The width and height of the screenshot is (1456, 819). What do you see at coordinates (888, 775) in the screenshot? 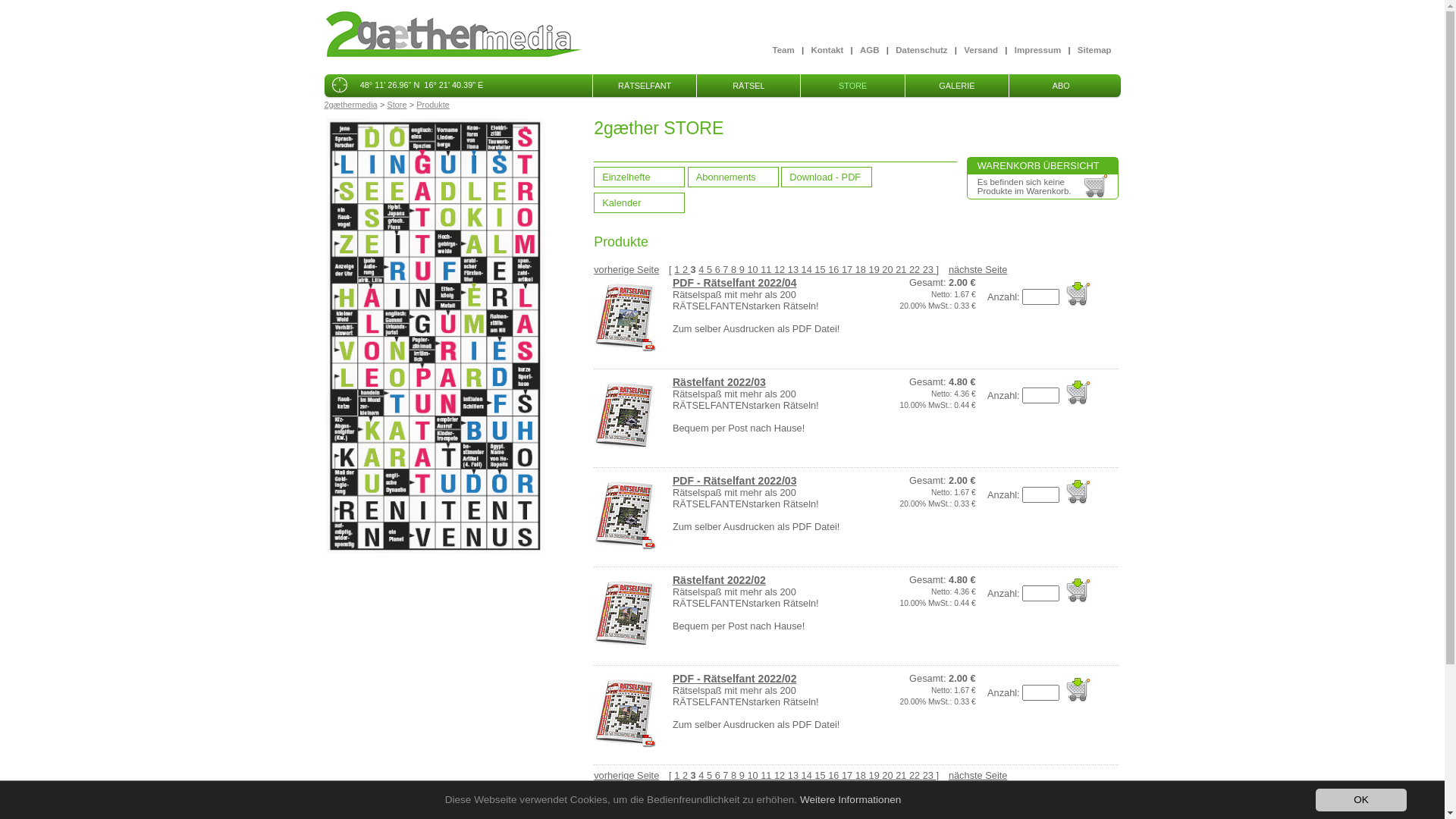
I see `'20'` at bounding box center [888, 775].